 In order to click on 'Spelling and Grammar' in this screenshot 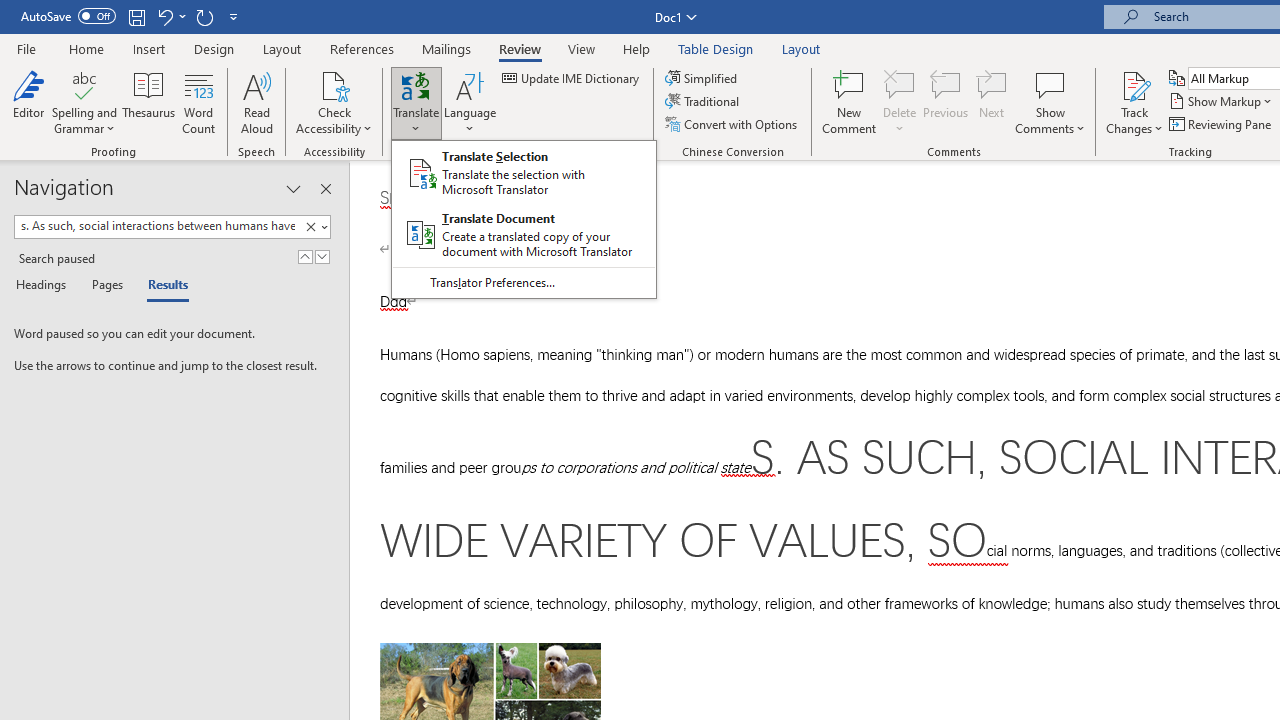, I will do `click(84, 84)`.